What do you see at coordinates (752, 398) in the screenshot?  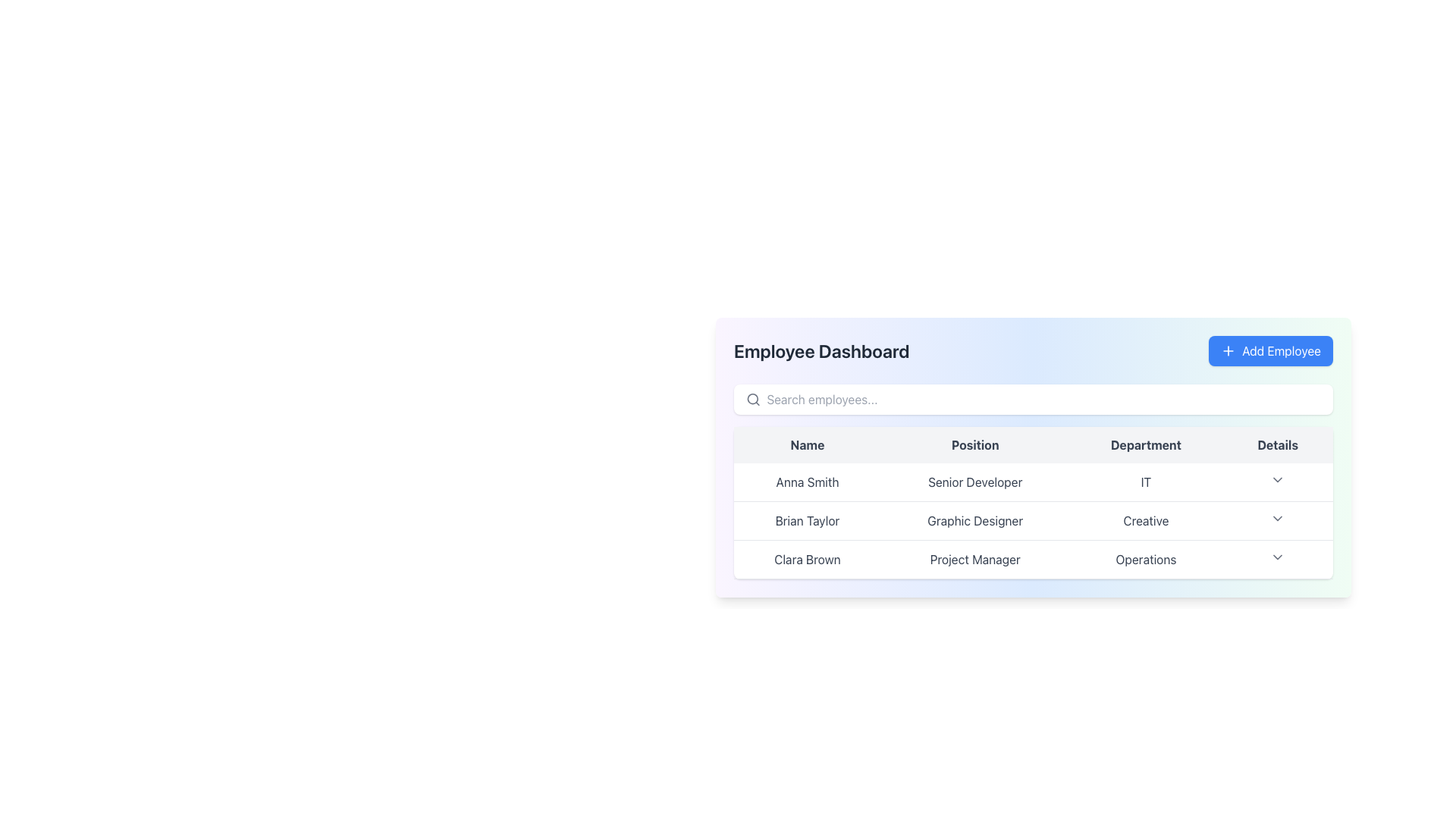 I see `the circular component of the search icon, which is centrally positioned within the SVG graphic` at bounding box center [752, 398].